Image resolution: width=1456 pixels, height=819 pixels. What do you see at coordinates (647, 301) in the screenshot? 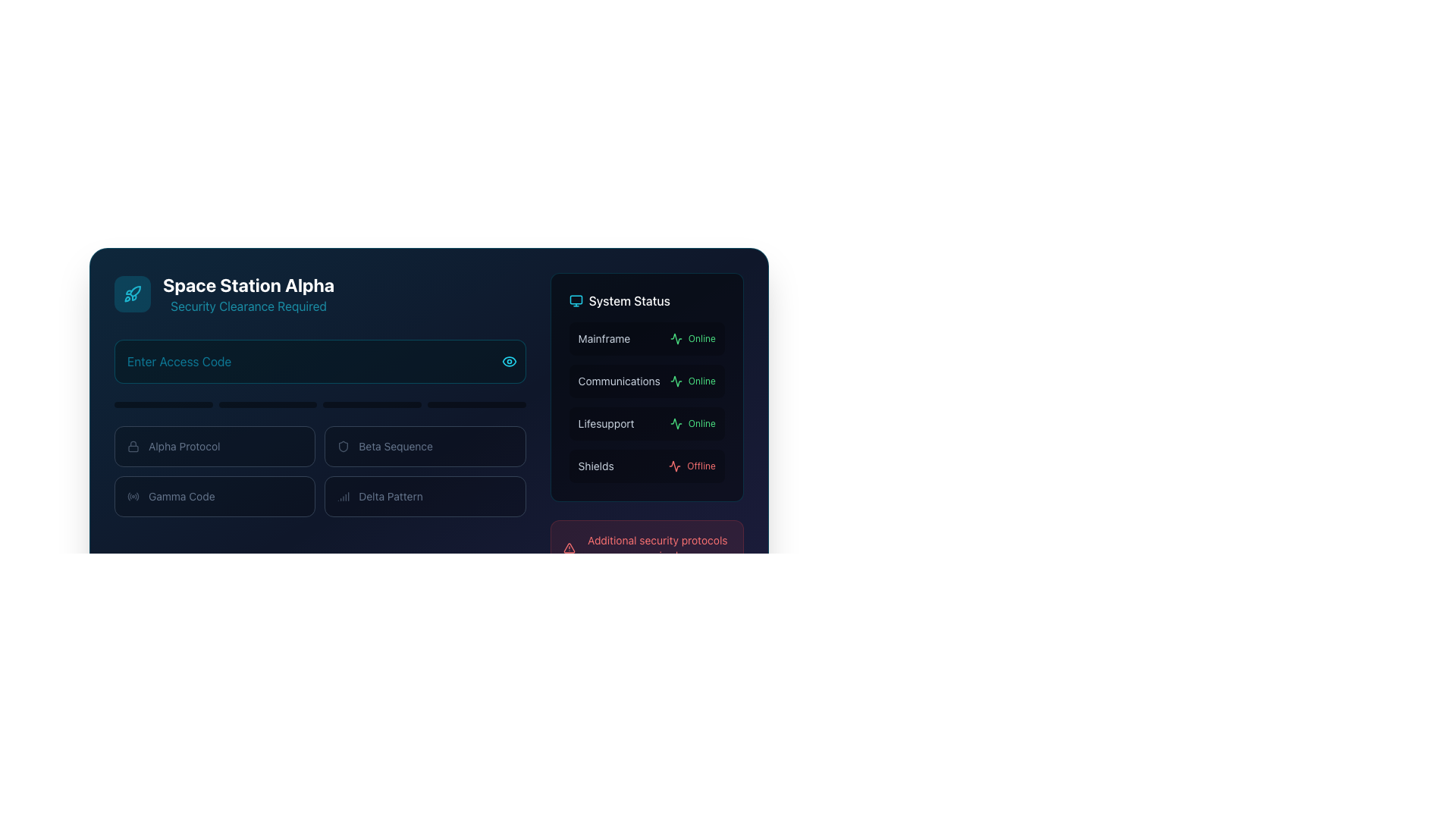
I see `the 'System Status' text label, which is styled in white bold text and has a cyan-colored computer monitor icon, located in the top-right corner of the interface` at bounding box center [647, 301].